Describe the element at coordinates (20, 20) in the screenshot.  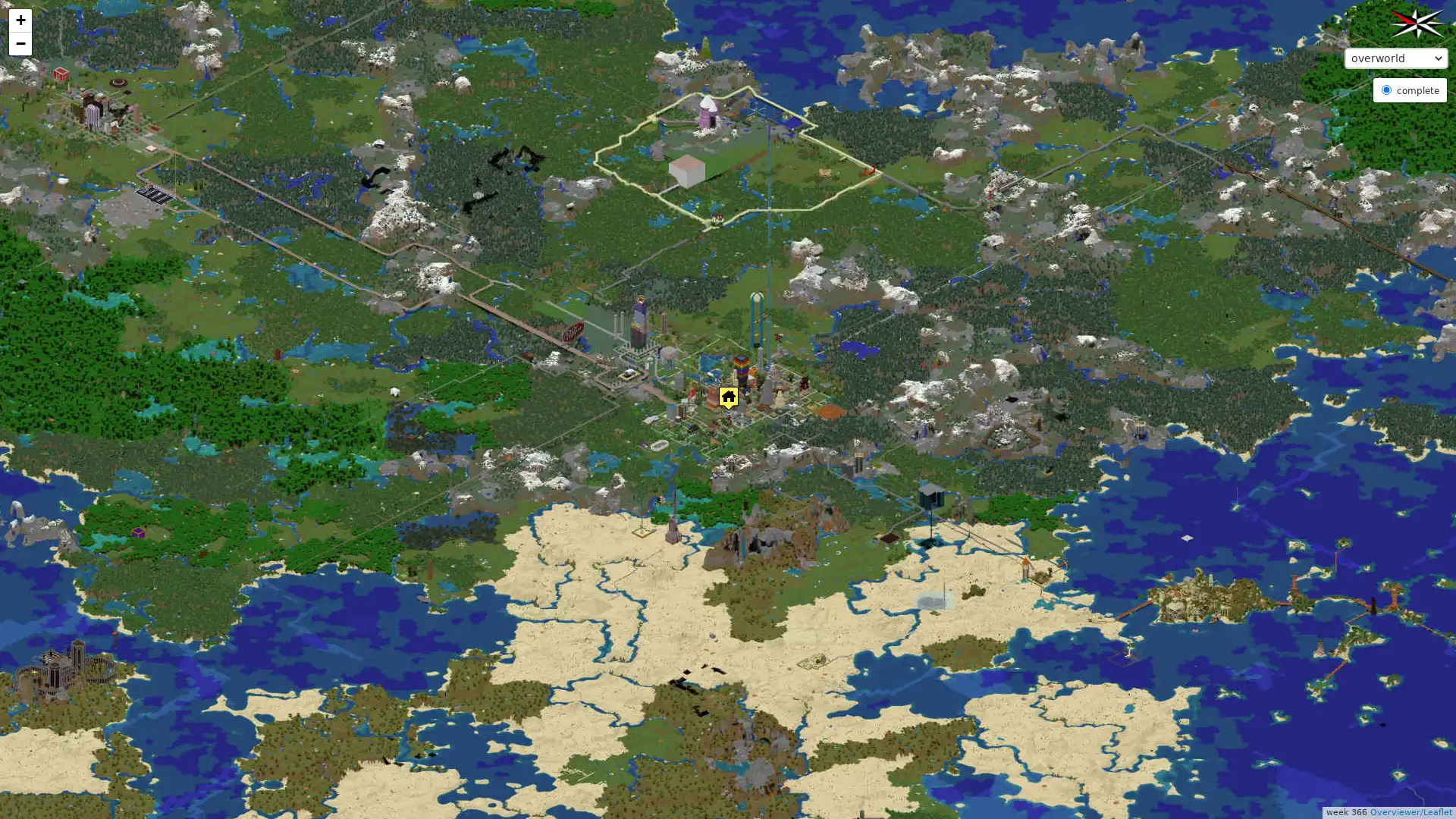
I see `Zoom in` at that location.